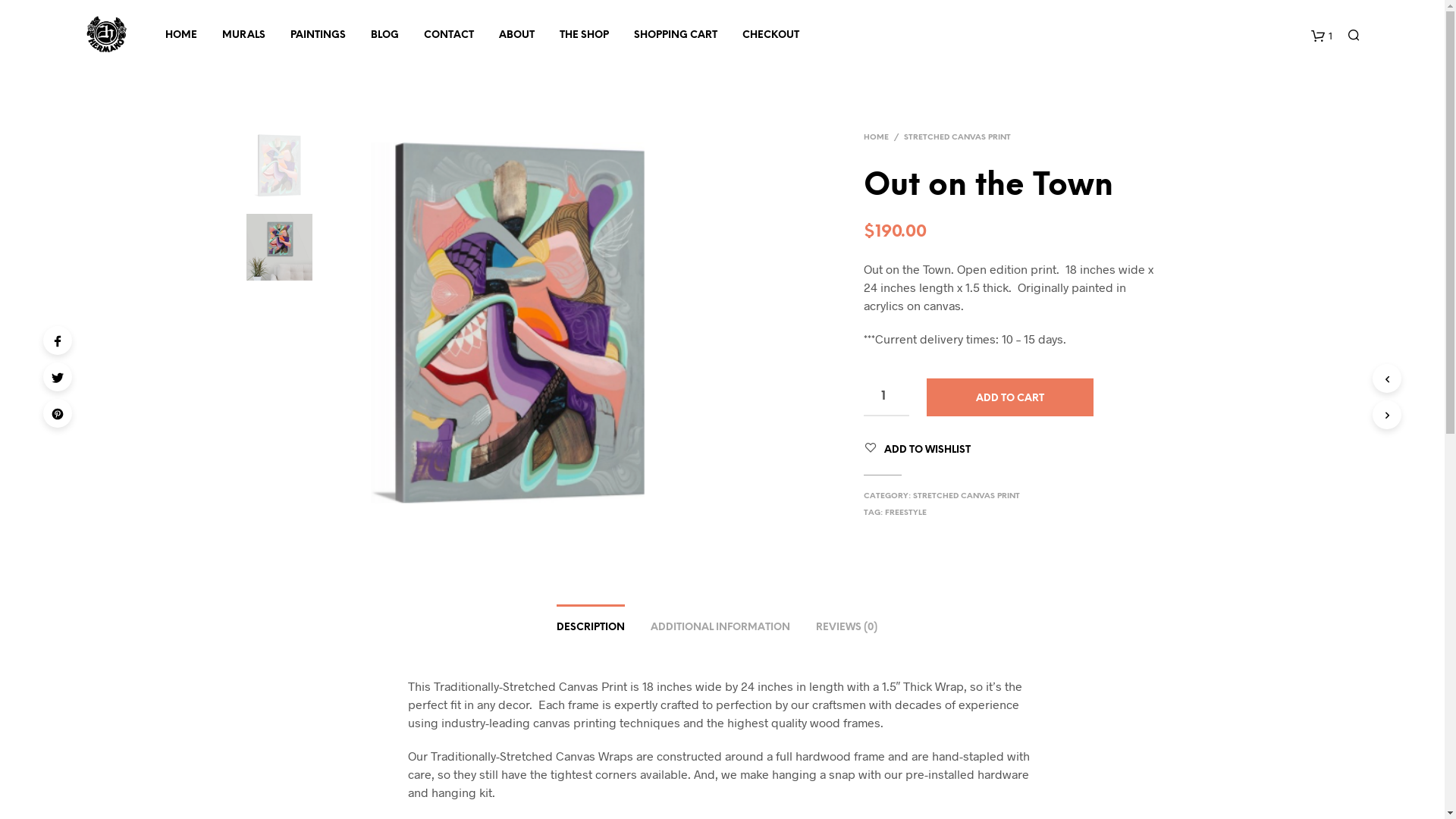 The image size is (1456, 819). Describe the element at coordinates (58, 339) in the screenshot. I see `'Facebook'` at that location.